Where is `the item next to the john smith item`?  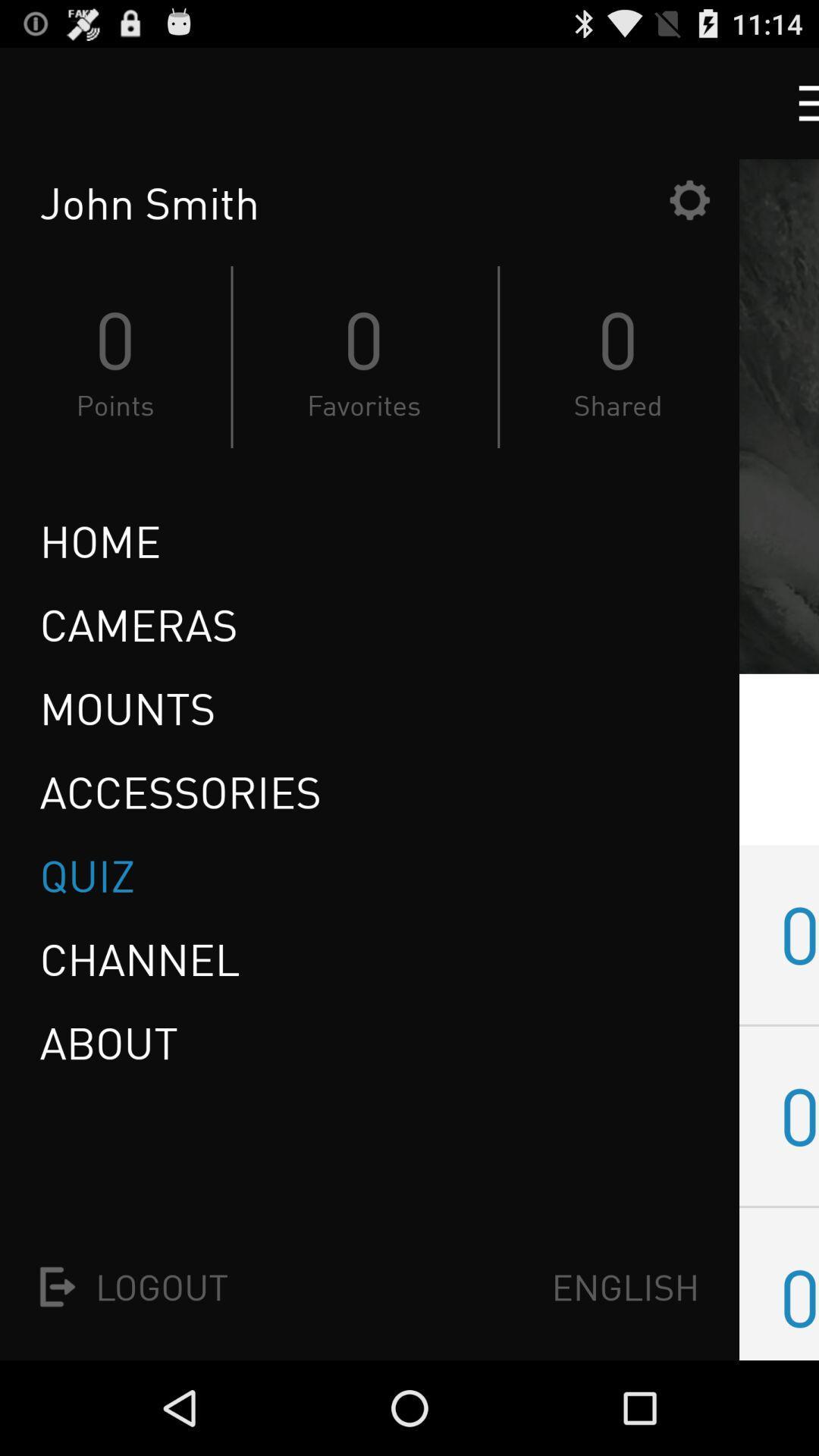 the item next to the john smith item is located at coordinates (689, 199).